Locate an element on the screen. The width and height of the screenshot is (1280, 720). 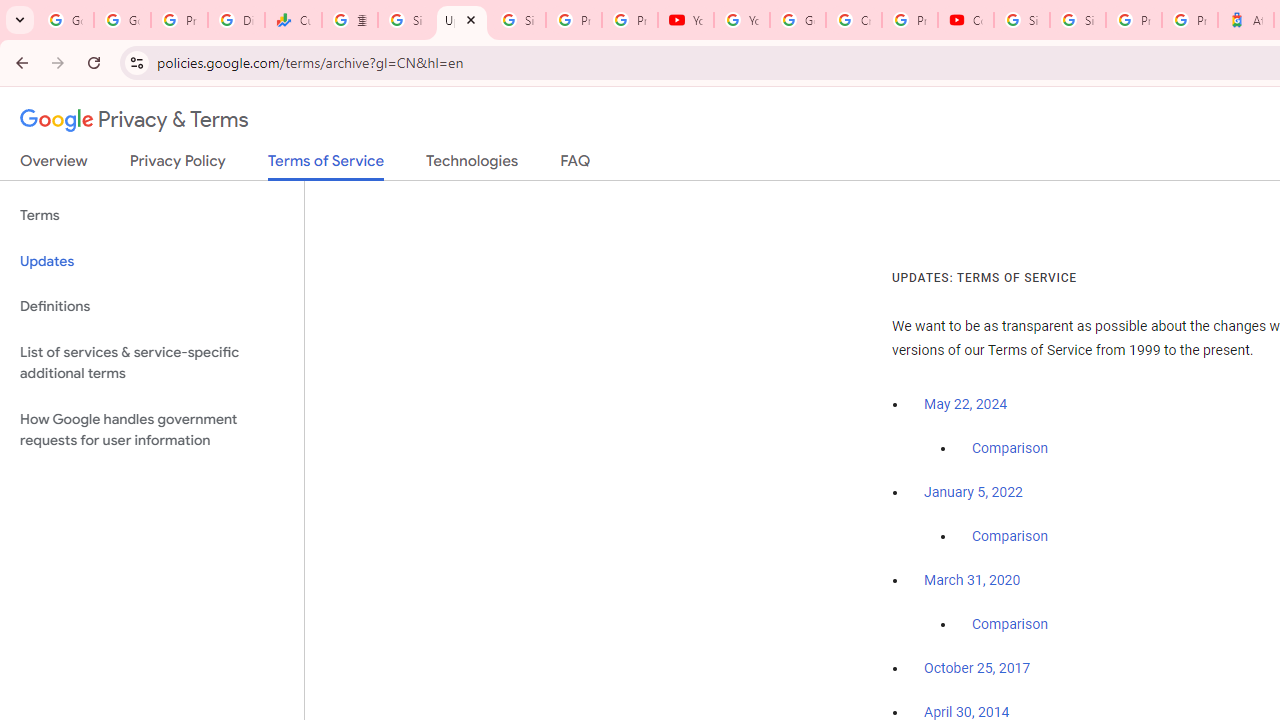
'March 31, 2020' is located at coordinates (972, 580).